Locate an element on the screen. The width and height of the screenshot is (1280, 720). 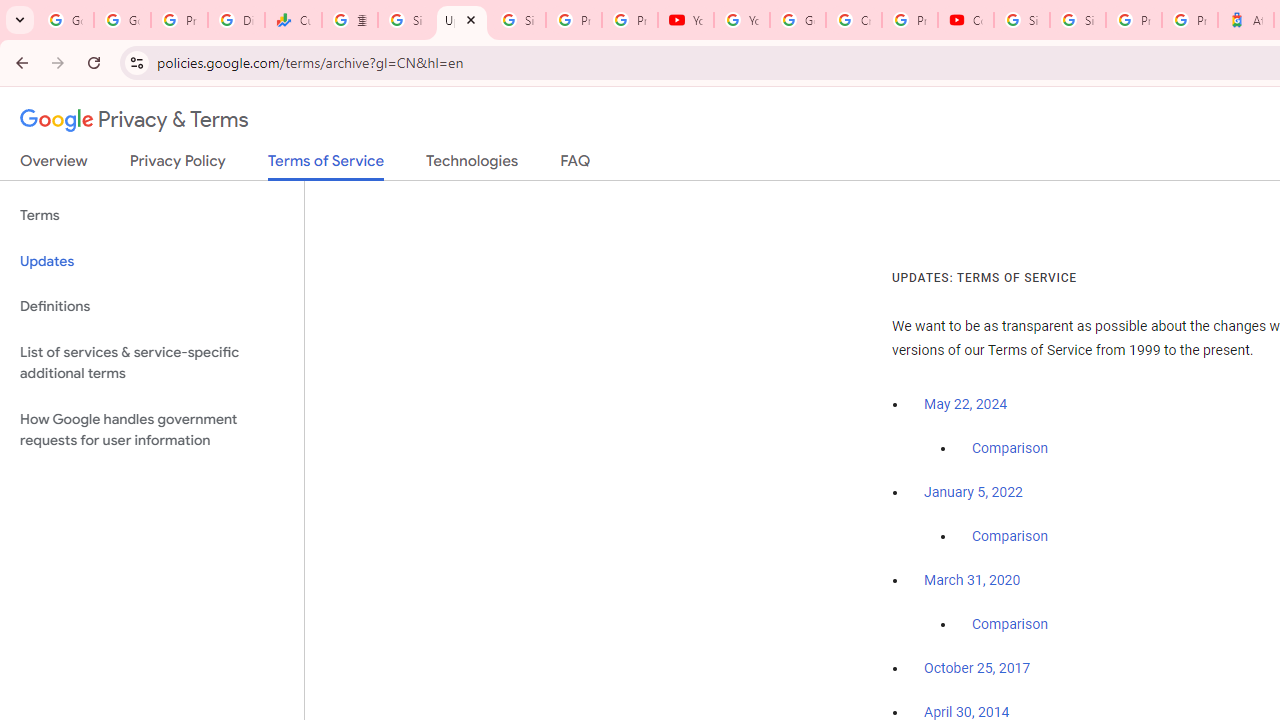
'March 31, 2020' is located at coordinates (972, 580).